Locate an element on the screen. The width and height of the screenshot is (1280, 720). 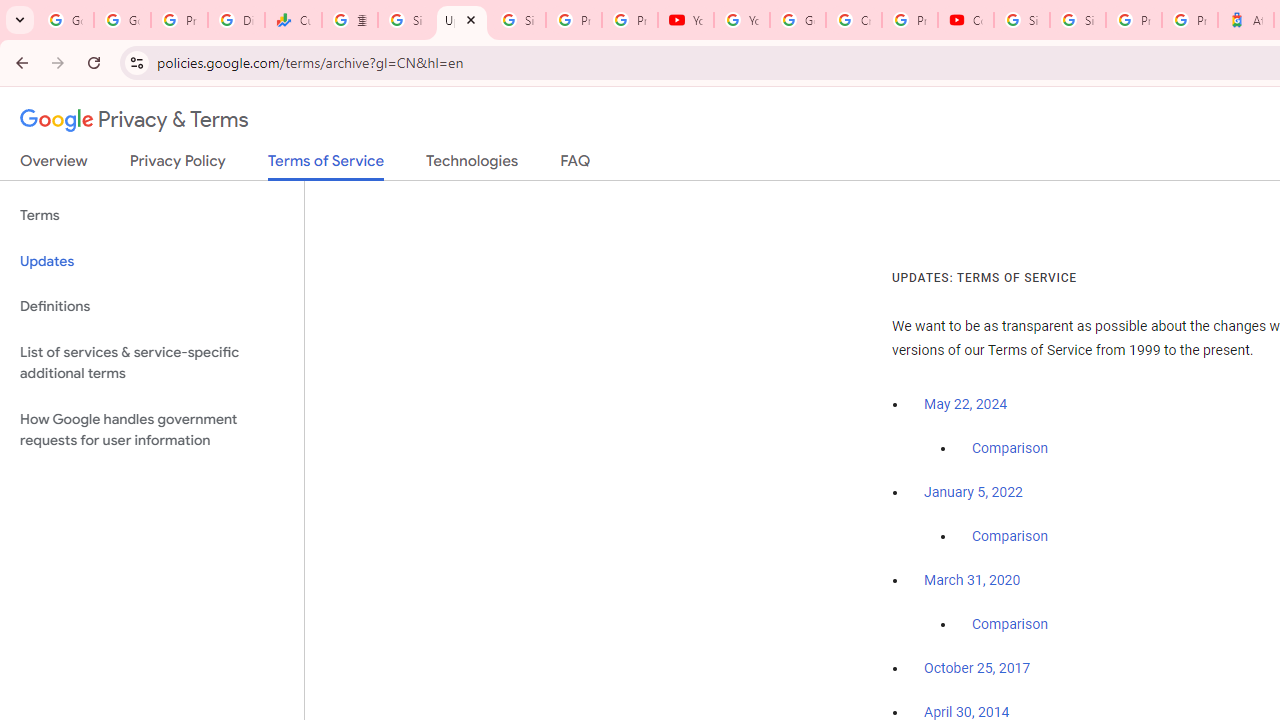
'March 31, 2020' is located at coordinates (972, 580).